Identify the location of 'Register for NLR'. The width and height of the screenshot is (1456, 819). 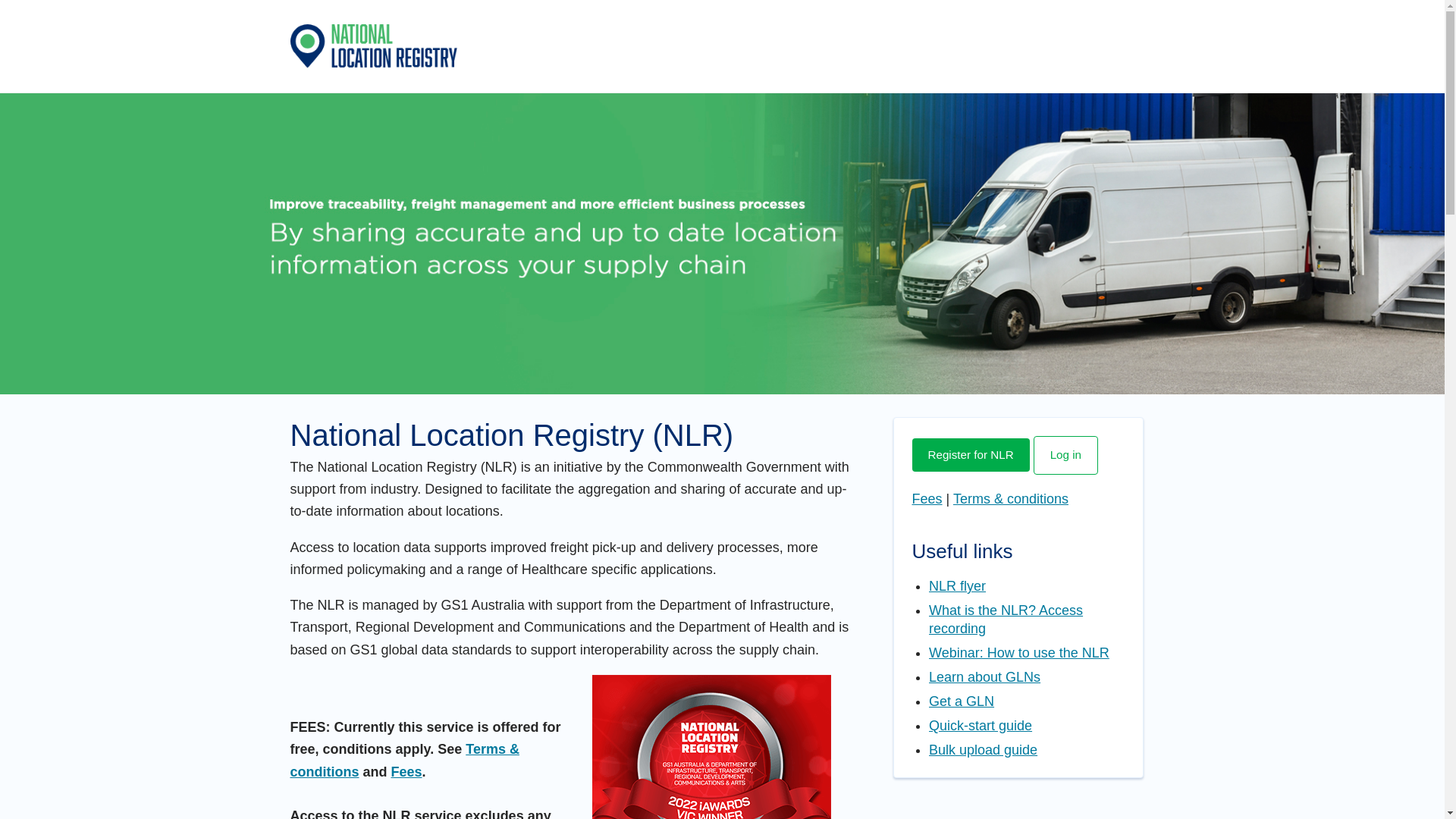
(969, 454).